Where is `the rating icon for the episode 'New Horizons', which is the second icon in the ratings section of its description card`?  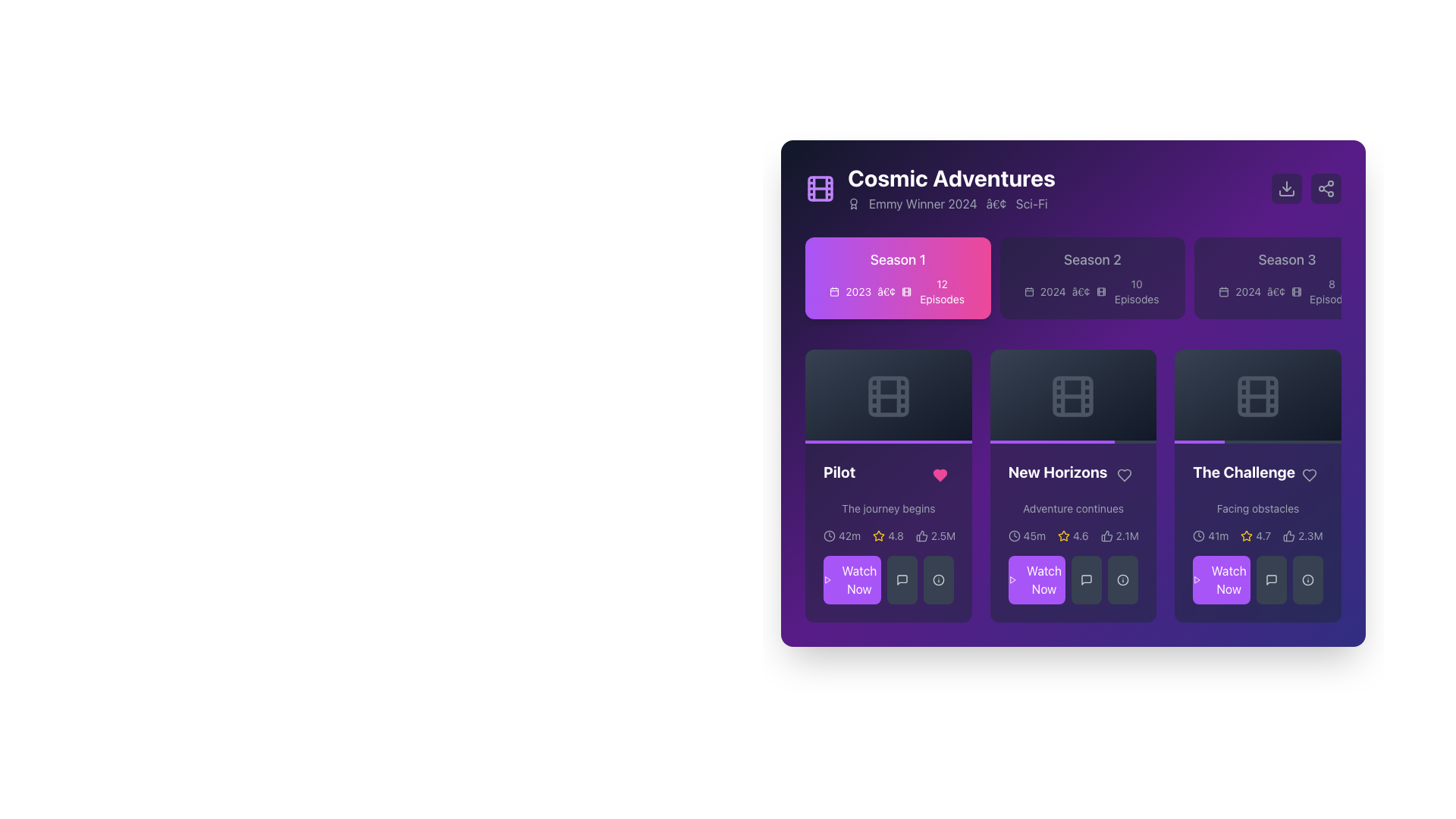 the rating icon for the episode 'New Horizons', which is the second icon in the ratings section of its description card is located at coordinates (1063, 535).